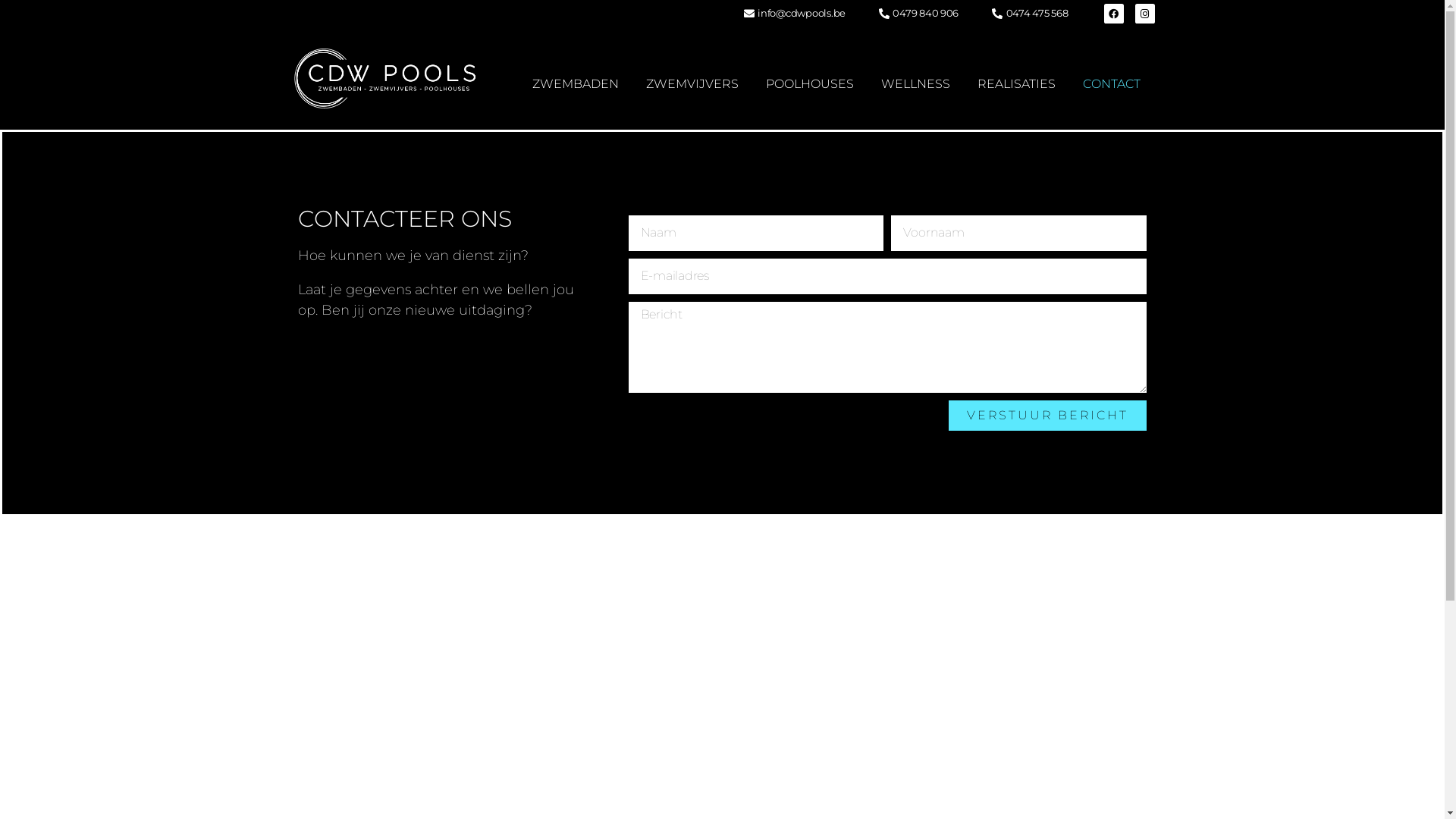 This screenshot has height=819, width=1456. Describe the element at coordinates (1046, 415) in the screenshot. I see `'VERSTUUR BERICHT'` at that location.